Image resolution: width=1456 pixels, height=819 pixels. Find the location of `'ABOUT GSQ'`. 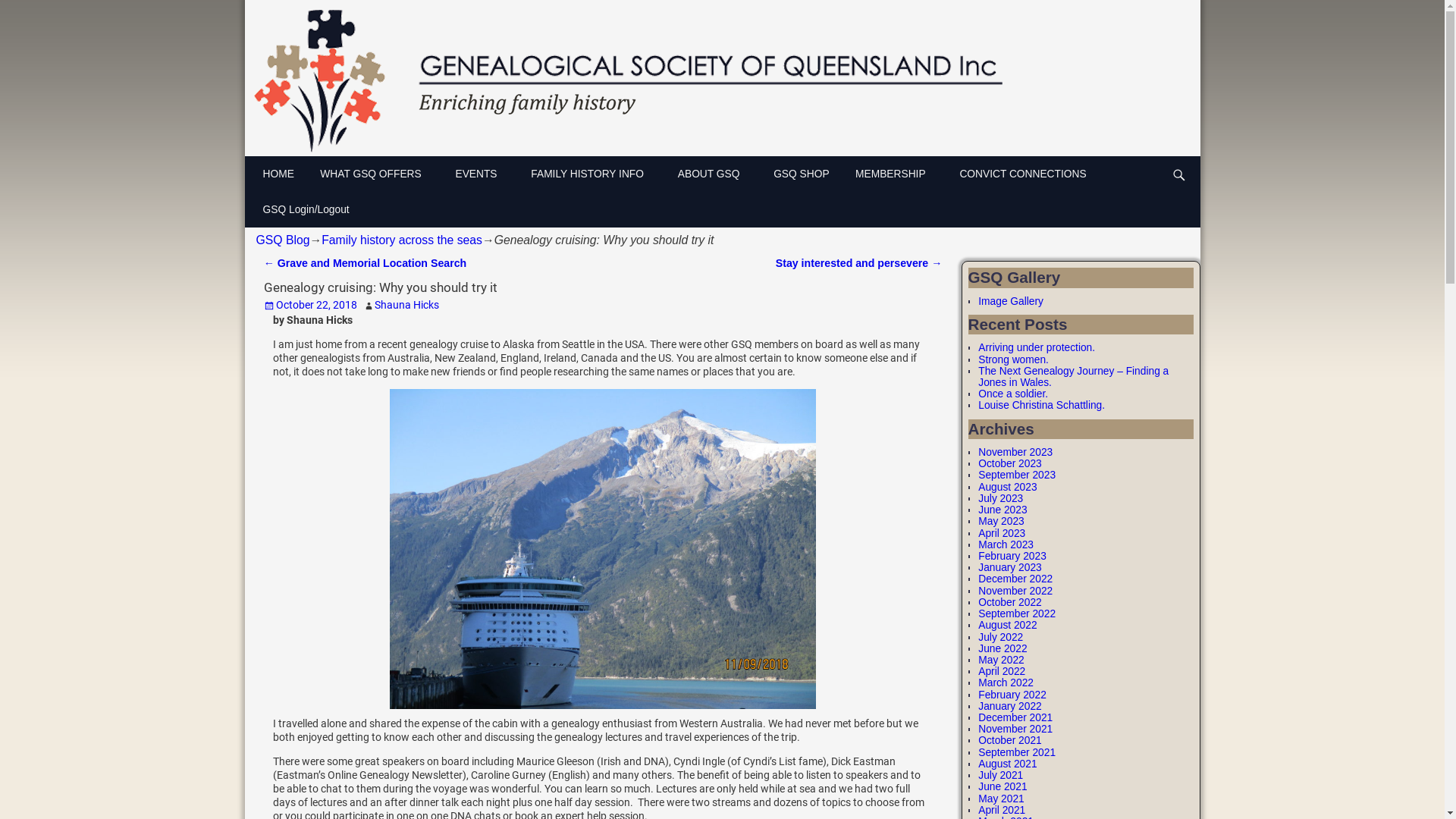

'ABOUT GSQ' is located at coordinates (716, 173).